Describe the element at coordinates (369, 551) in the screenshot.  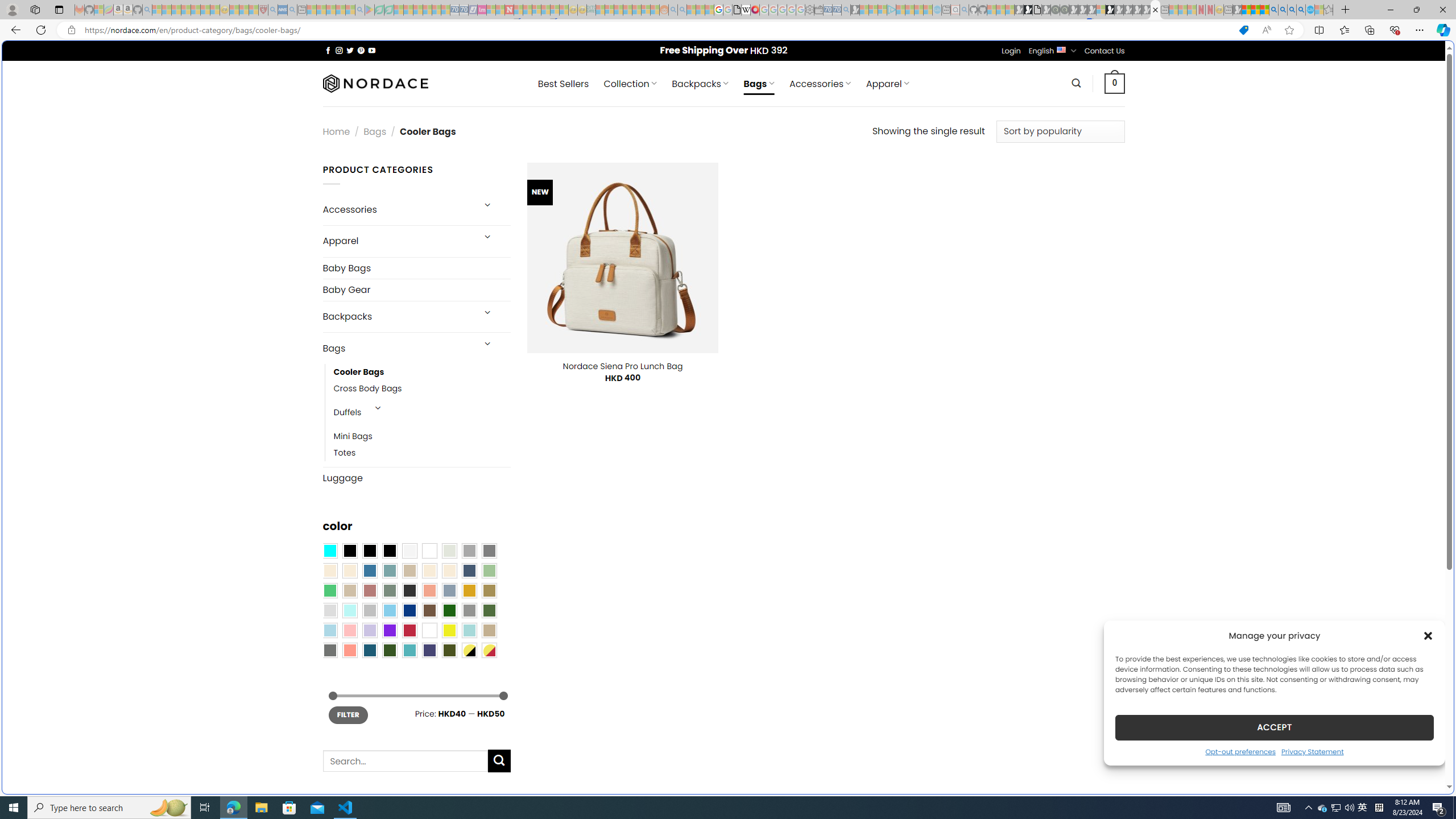
I see `'Black'` at that location.